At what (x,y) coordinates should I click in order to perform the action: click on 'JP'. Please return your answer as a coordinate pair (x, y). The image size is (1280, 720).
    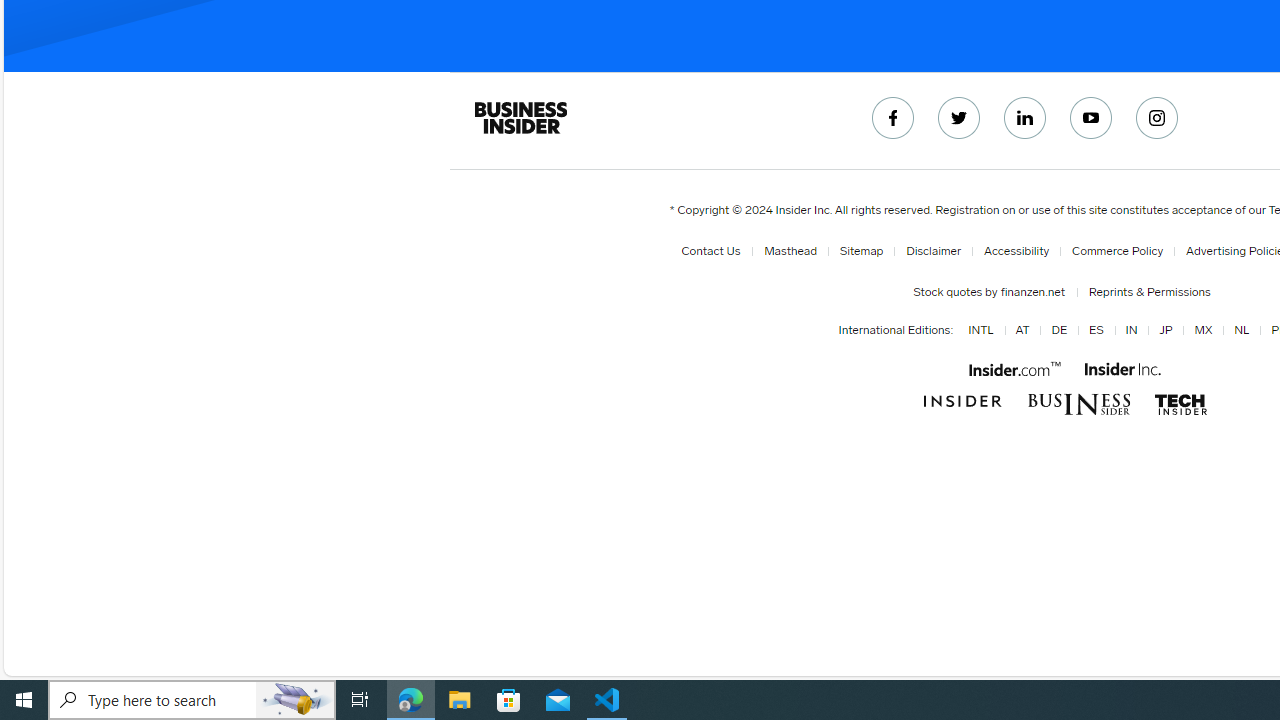
    Looking at the image, I should click on (1165, 330).